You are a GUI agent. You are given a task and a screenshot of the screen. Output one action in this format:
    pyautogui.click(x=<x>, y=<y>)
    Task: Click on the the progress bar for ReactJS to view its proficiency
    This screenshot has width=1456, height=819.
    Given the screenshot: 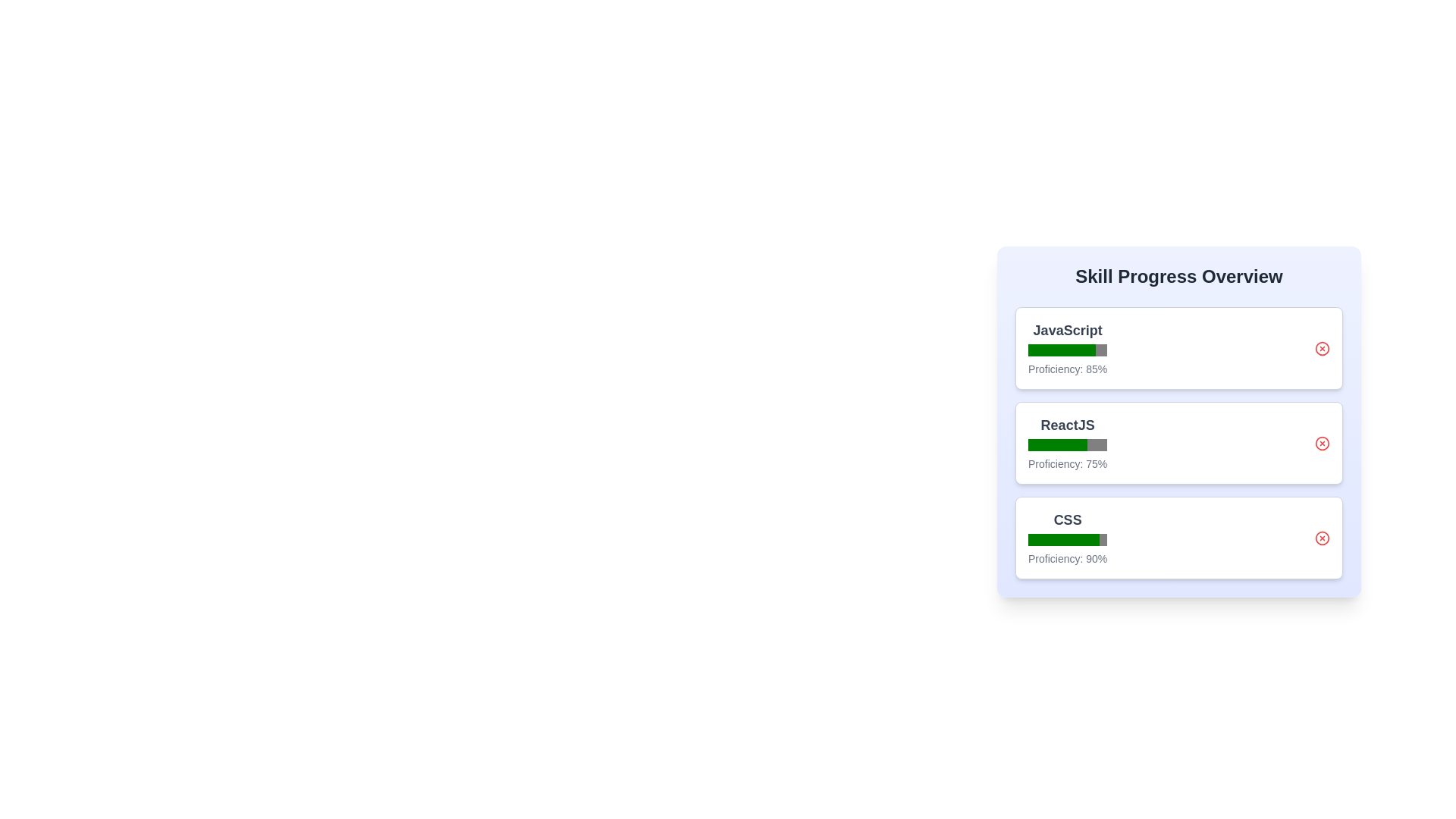 What is the action you would take?
    pyautogui.click(x=1066, y=444)
    